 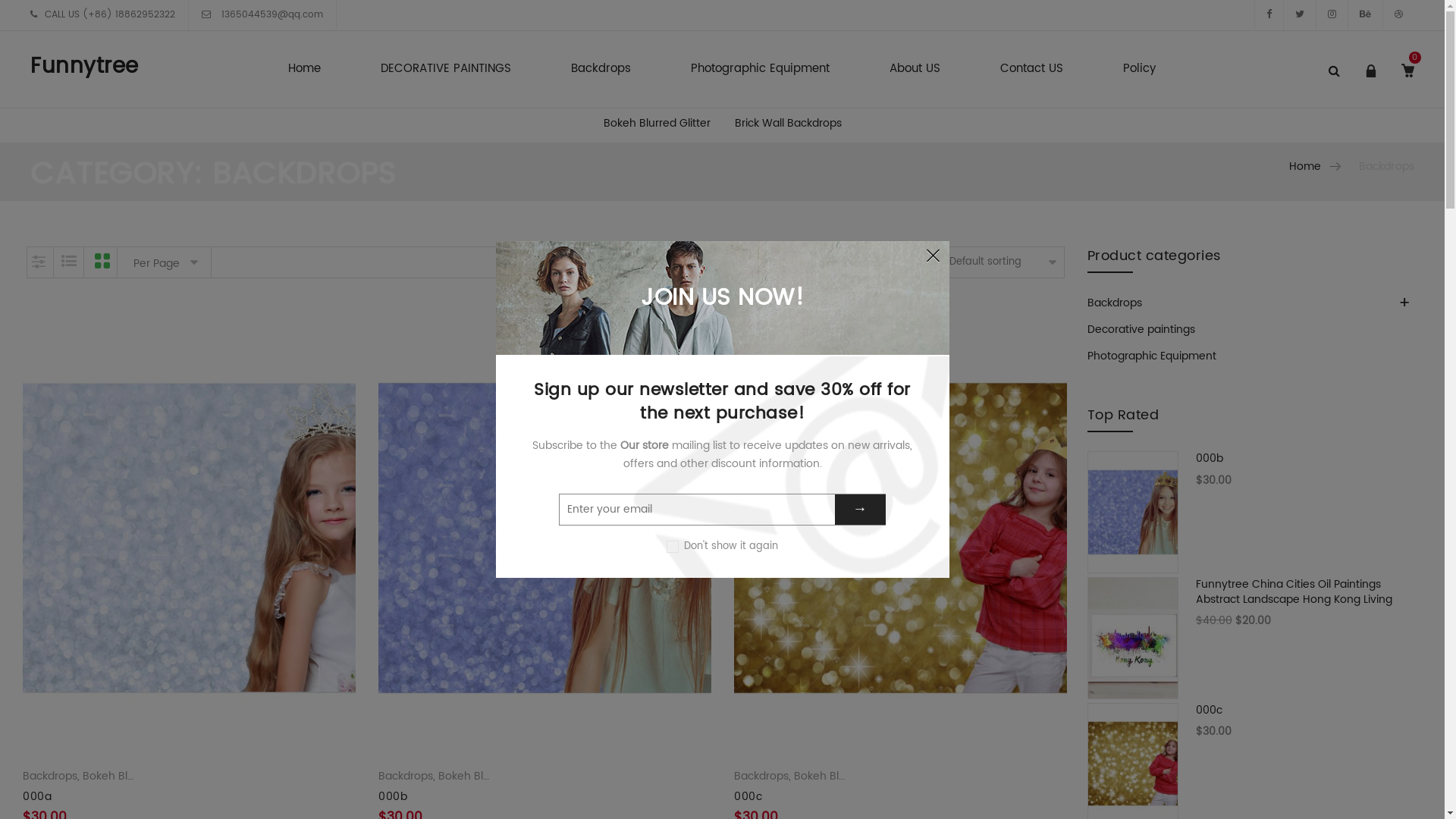 I want to click on 'Default sorting', so click(x=1004, y=262).